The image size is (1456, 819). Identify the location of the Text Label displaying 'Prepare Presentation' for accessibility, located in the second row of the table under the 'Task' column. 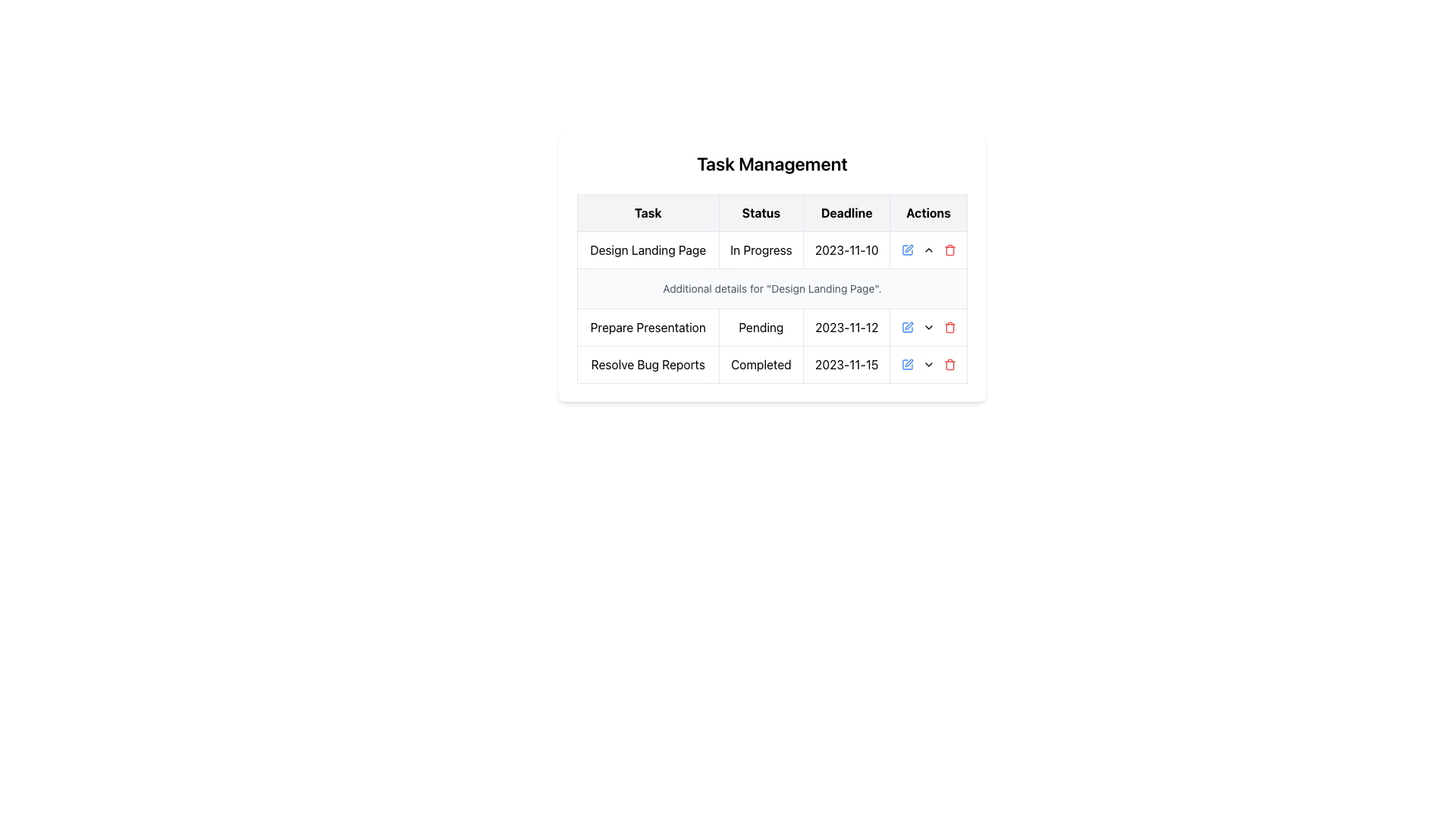
(648, 327).